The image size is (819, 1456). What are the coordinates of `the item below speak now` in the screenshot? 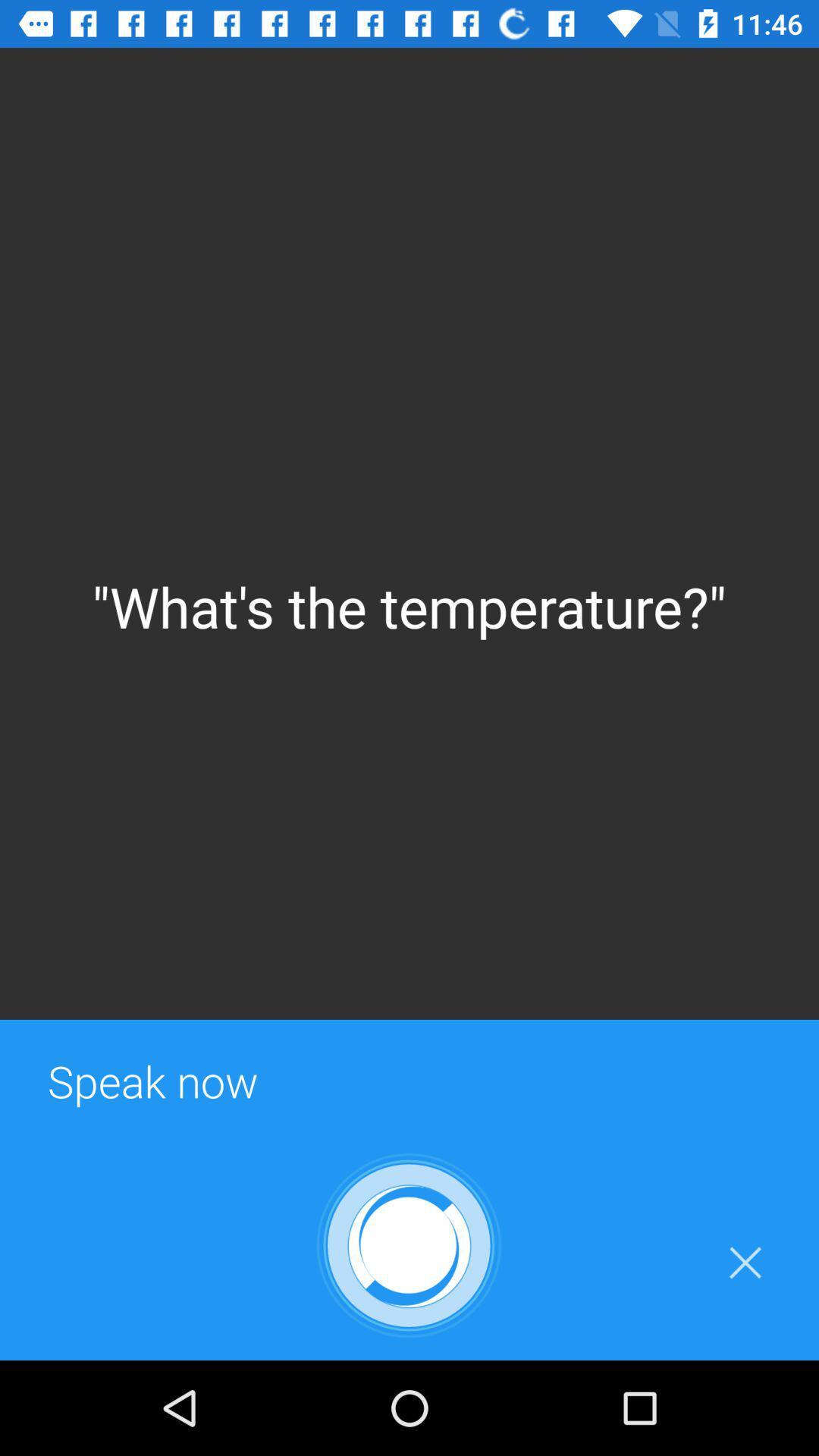 It's located at (744, 1263).